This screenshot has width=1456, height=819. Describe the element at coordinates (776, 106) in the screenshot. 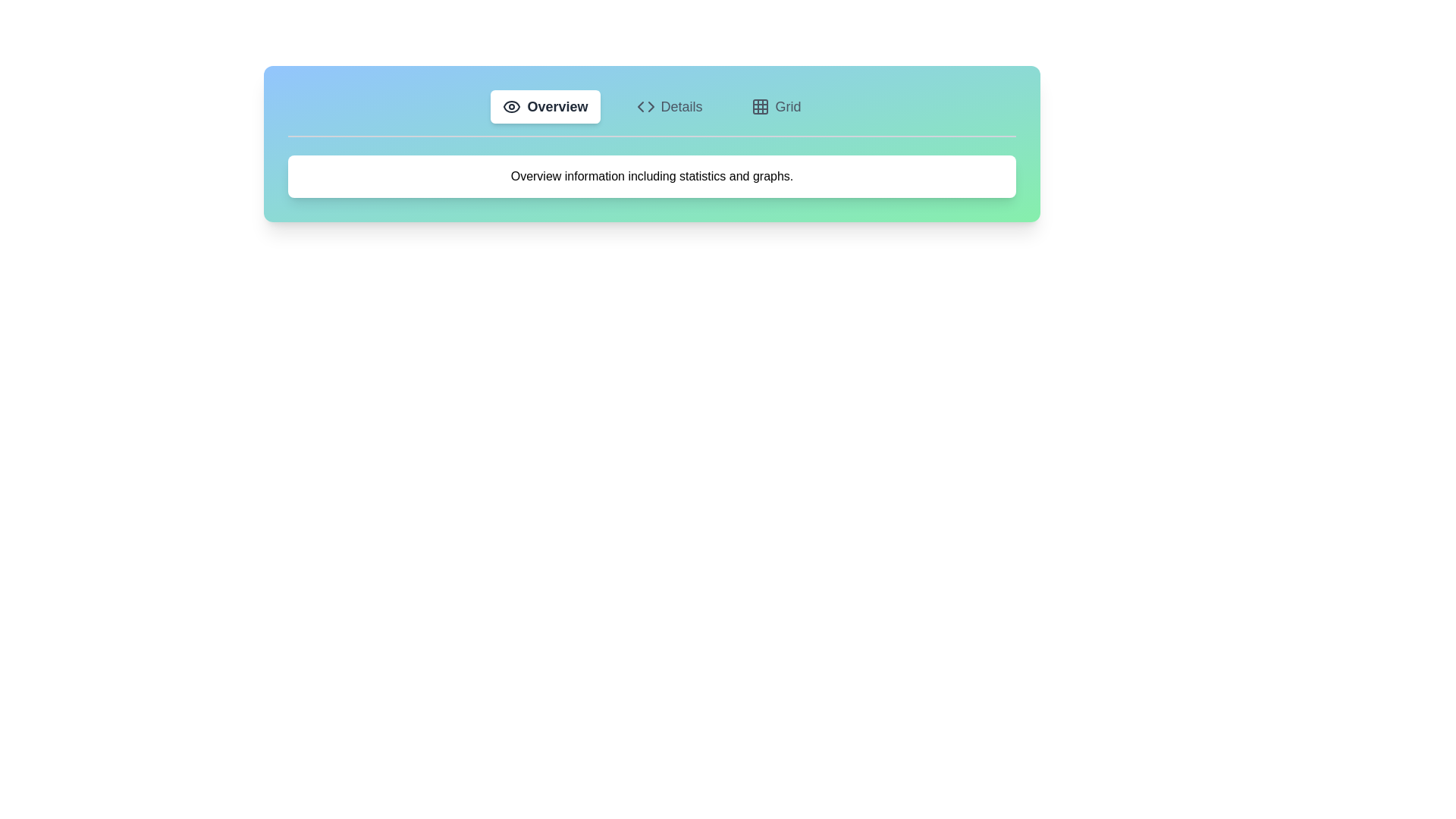

I see `the tab associated with Grid` at that location.